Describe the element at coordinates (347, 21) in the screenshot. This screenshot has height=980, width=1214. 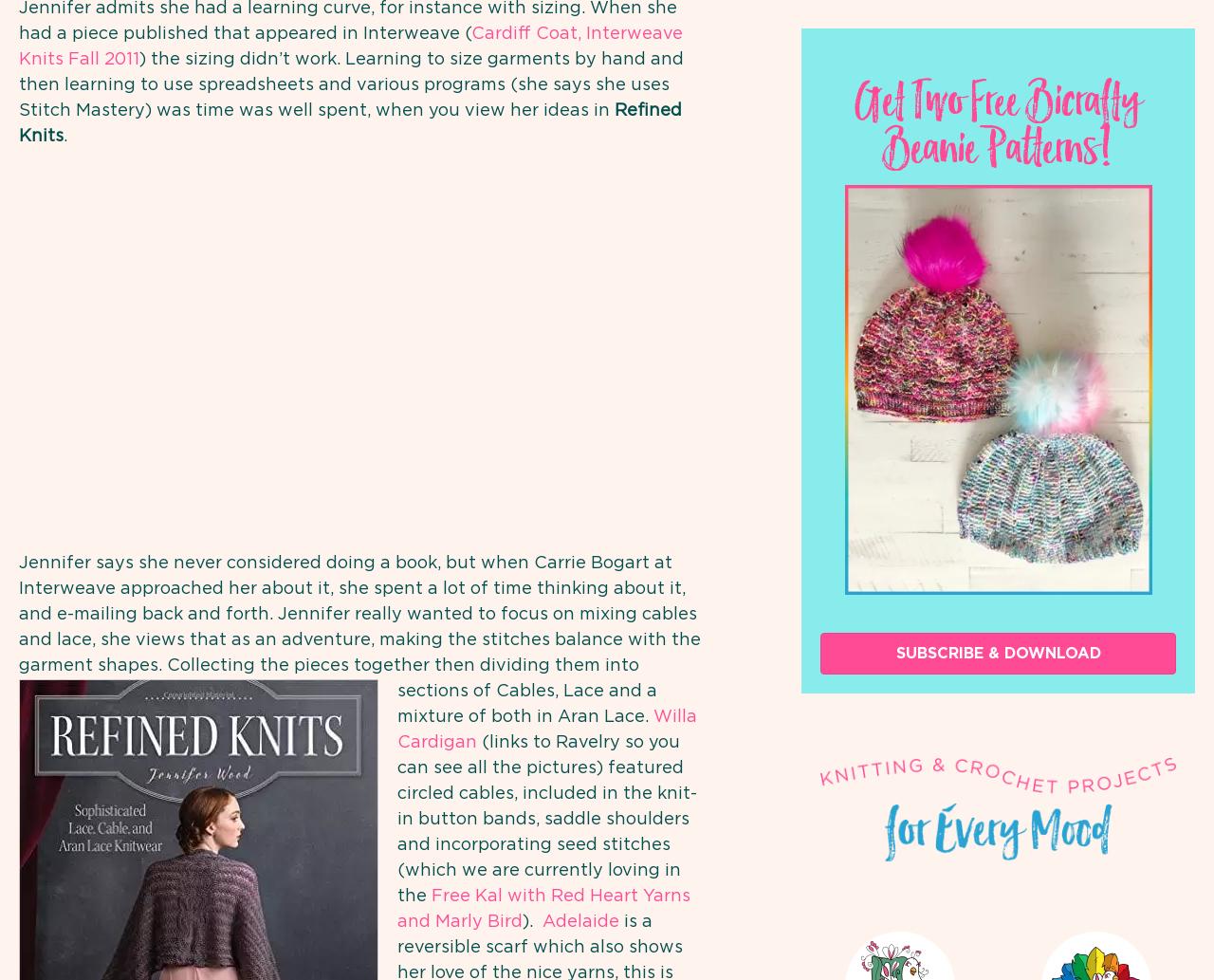
I see `'Jennifer admits she had a learning curve, for instance with sizing. When she had a piece published that appeared in Interweave ('` at that location.